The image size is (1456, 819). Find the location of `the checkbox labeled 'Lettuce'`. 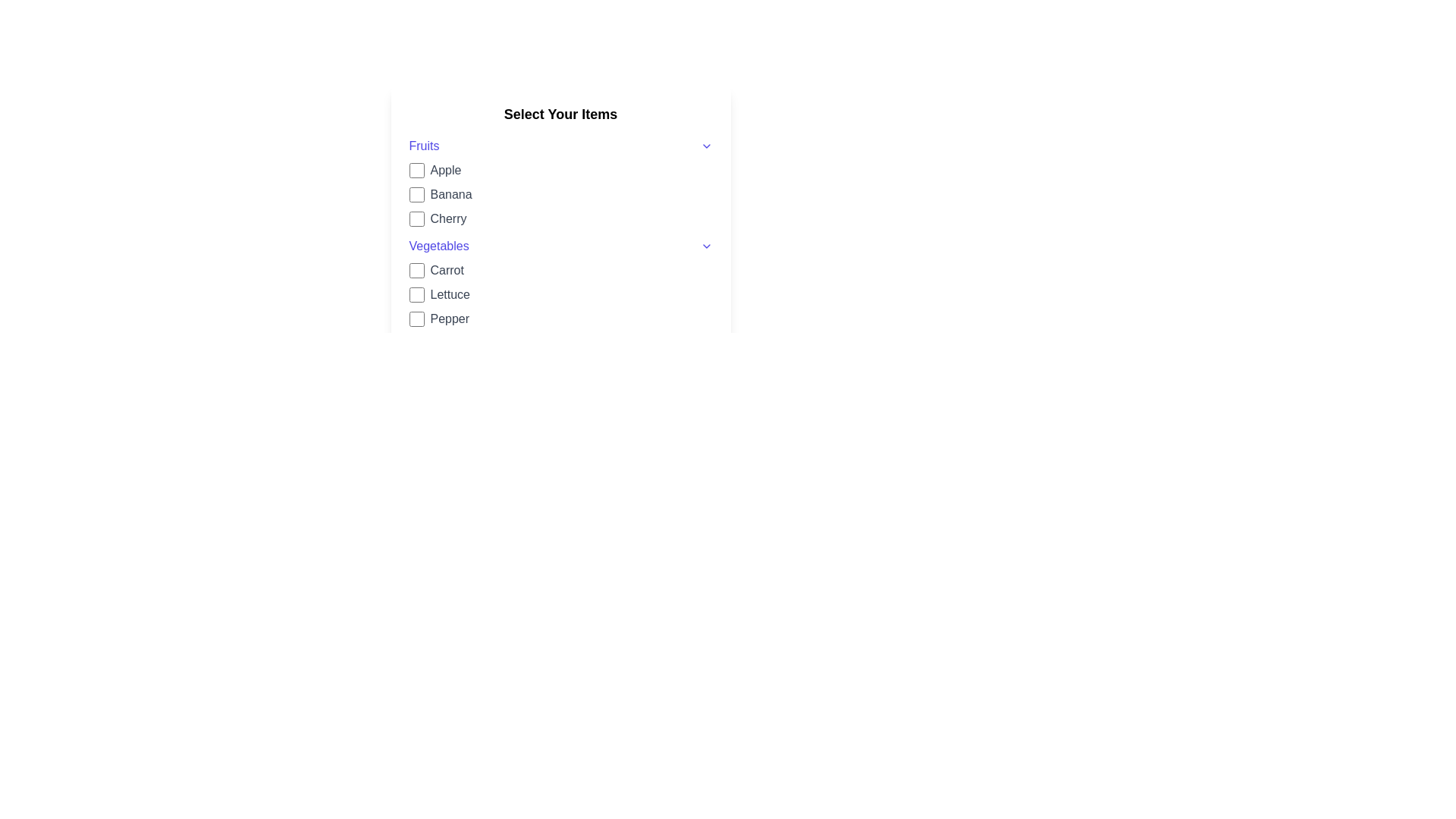

the checkbox labeled 'Lettuce' is located at coordinates (560, 295).